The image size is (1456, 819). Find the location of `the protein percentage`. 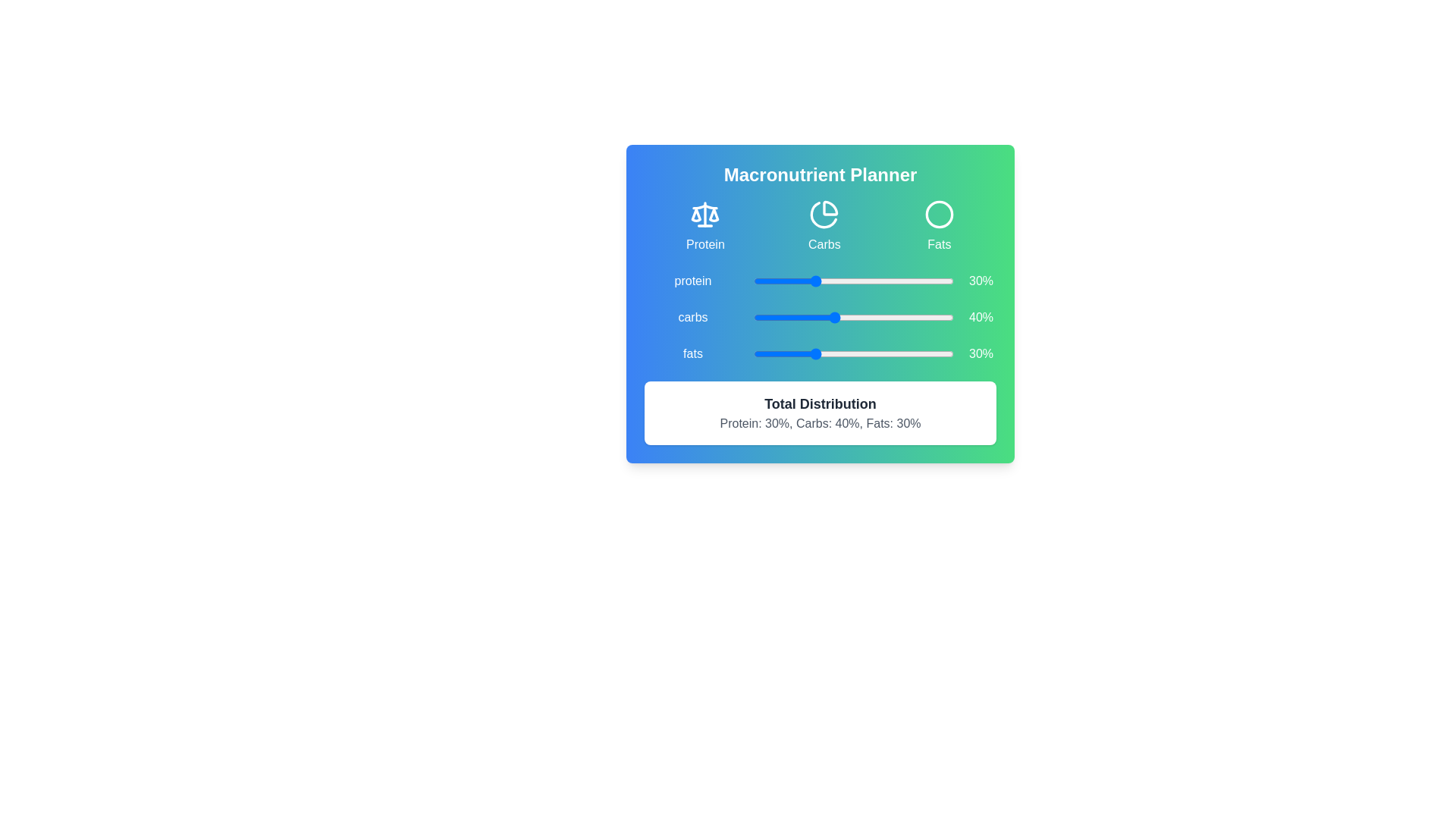

the protein percentage is located at coordinates (903, 281).